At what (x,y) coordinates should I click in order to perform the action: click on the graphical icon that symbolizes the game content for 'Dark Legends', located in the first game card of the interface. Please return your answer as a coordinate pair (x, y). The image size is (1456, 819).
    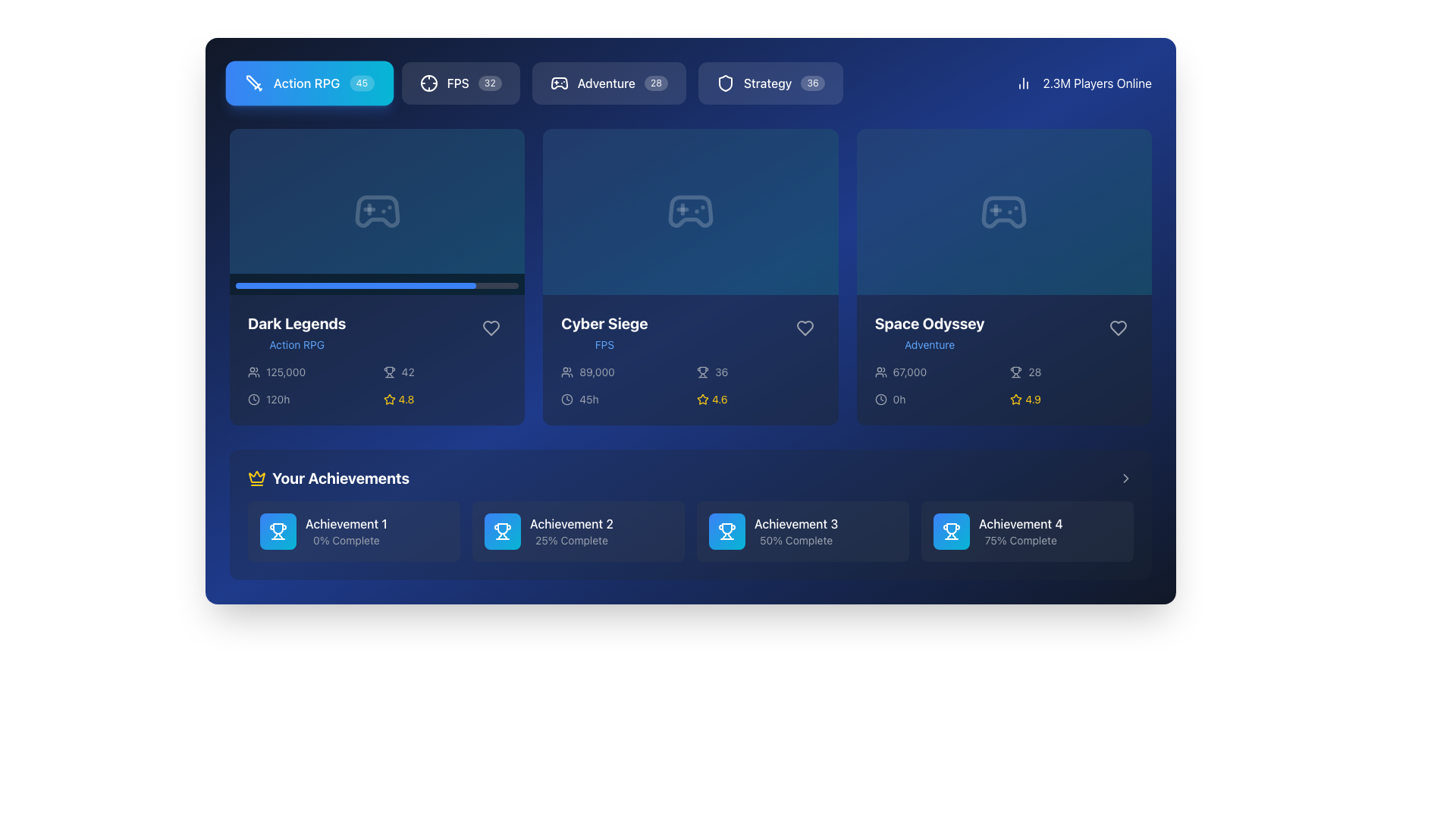
    Looking at the image, I should click on (377, 212).